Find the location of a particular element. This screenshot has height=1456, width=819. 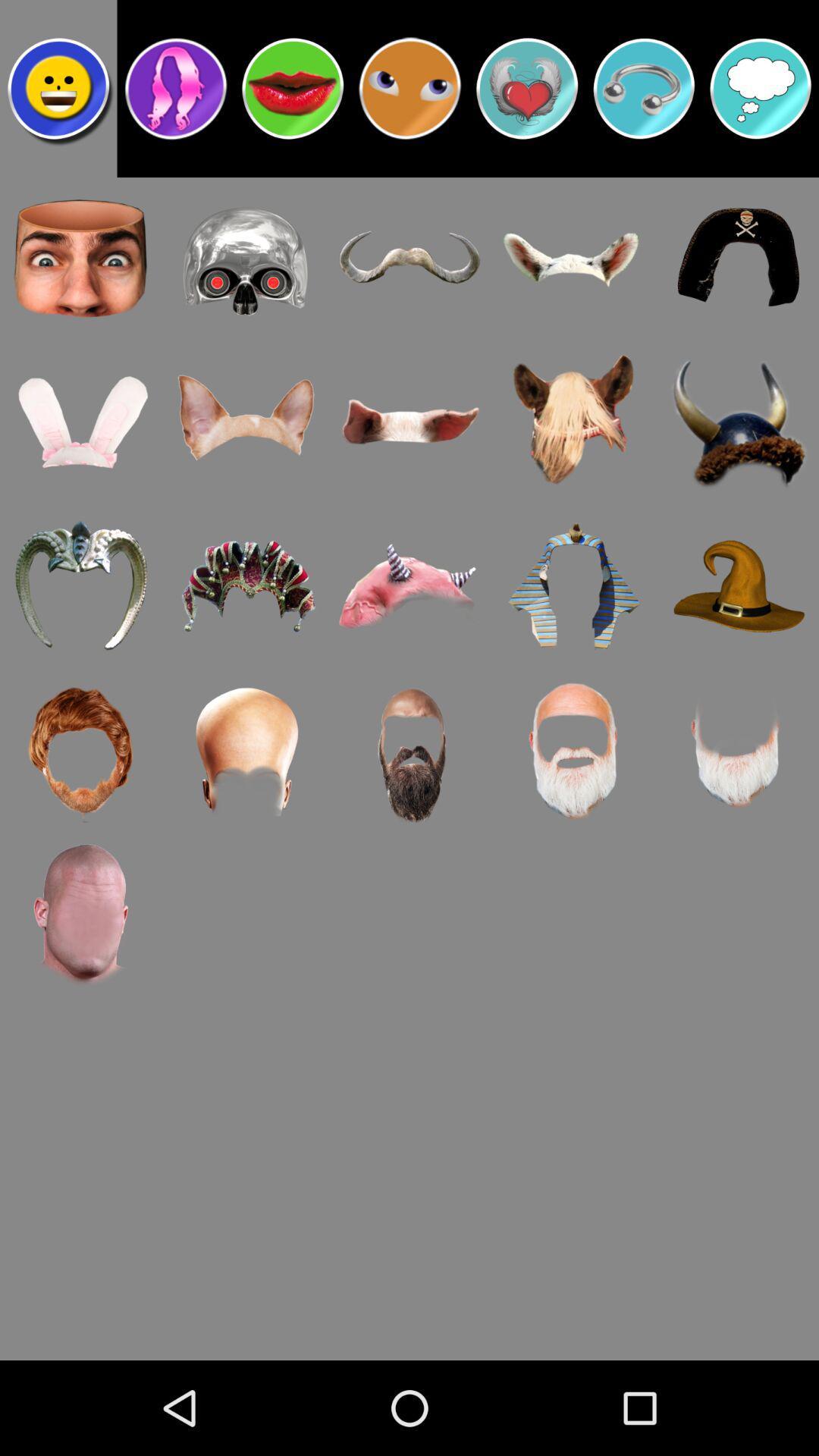

shirt choice is located at coordinates (526, 87).